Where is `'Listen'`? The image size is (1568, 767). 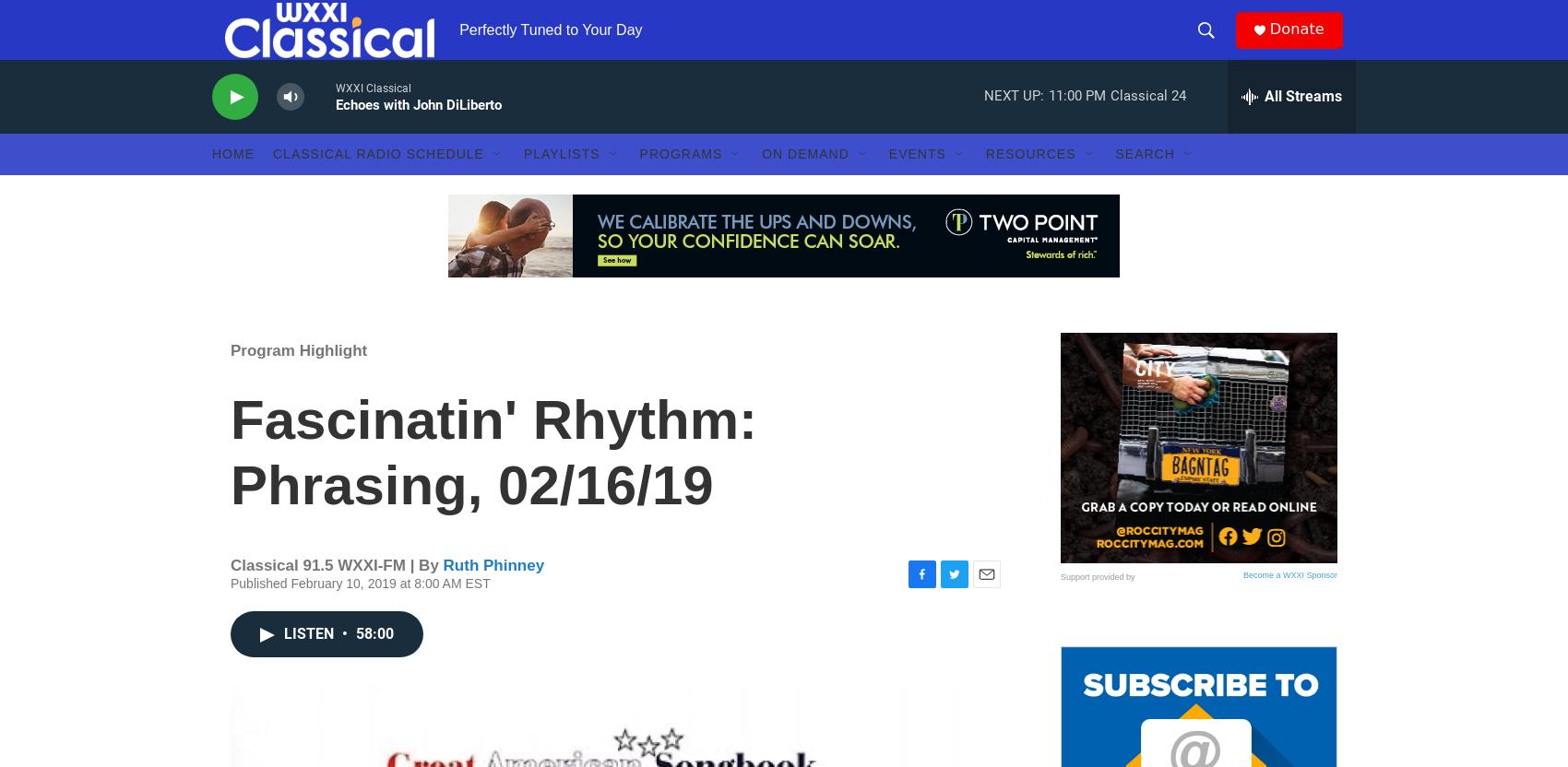
'Listen' is located at coordinates (309, 669).